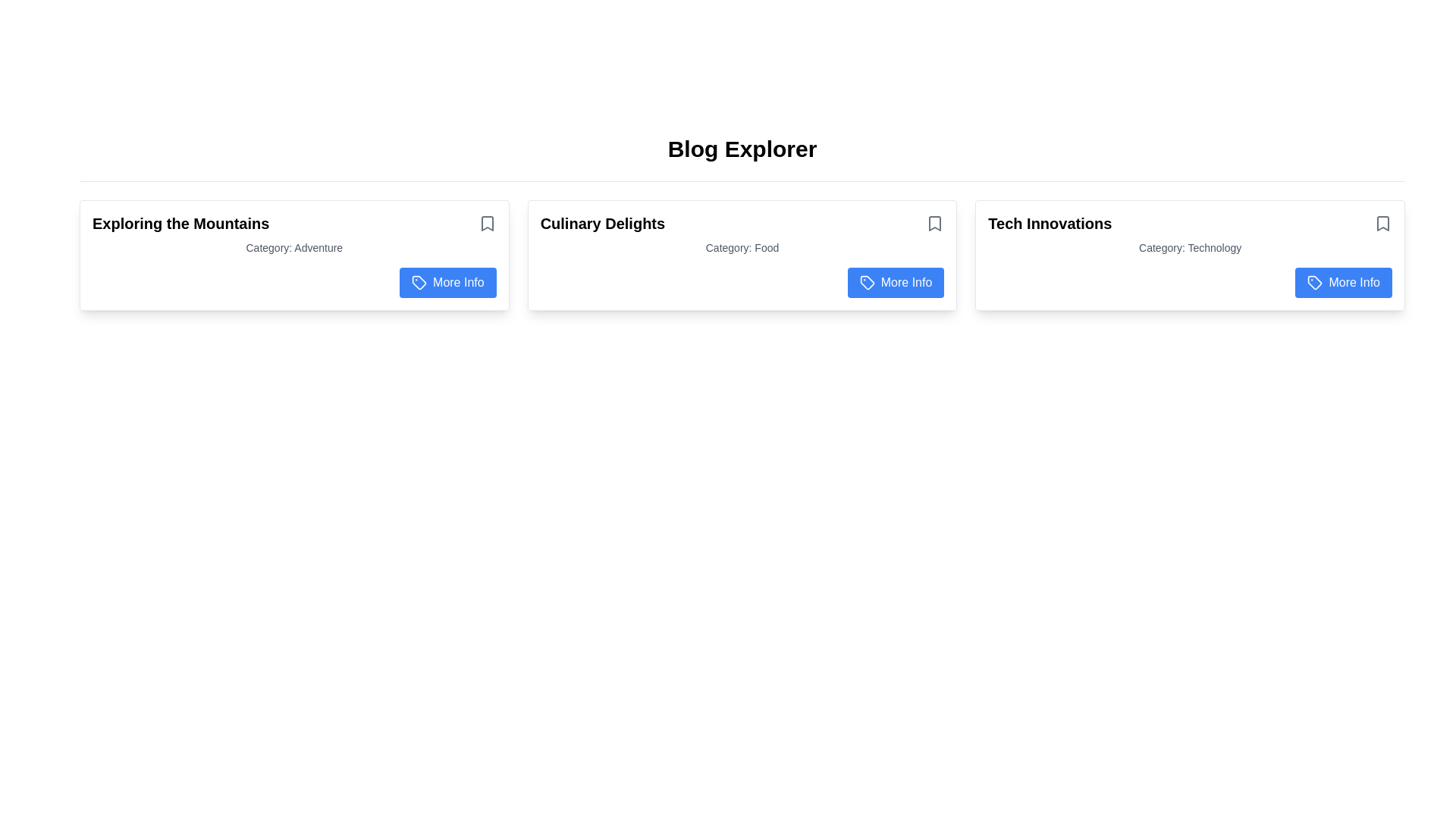  I want to click on the centered title 'Blog Explorer' which is styled in bold and large font, located at the top of the content section, so click(742, 158).